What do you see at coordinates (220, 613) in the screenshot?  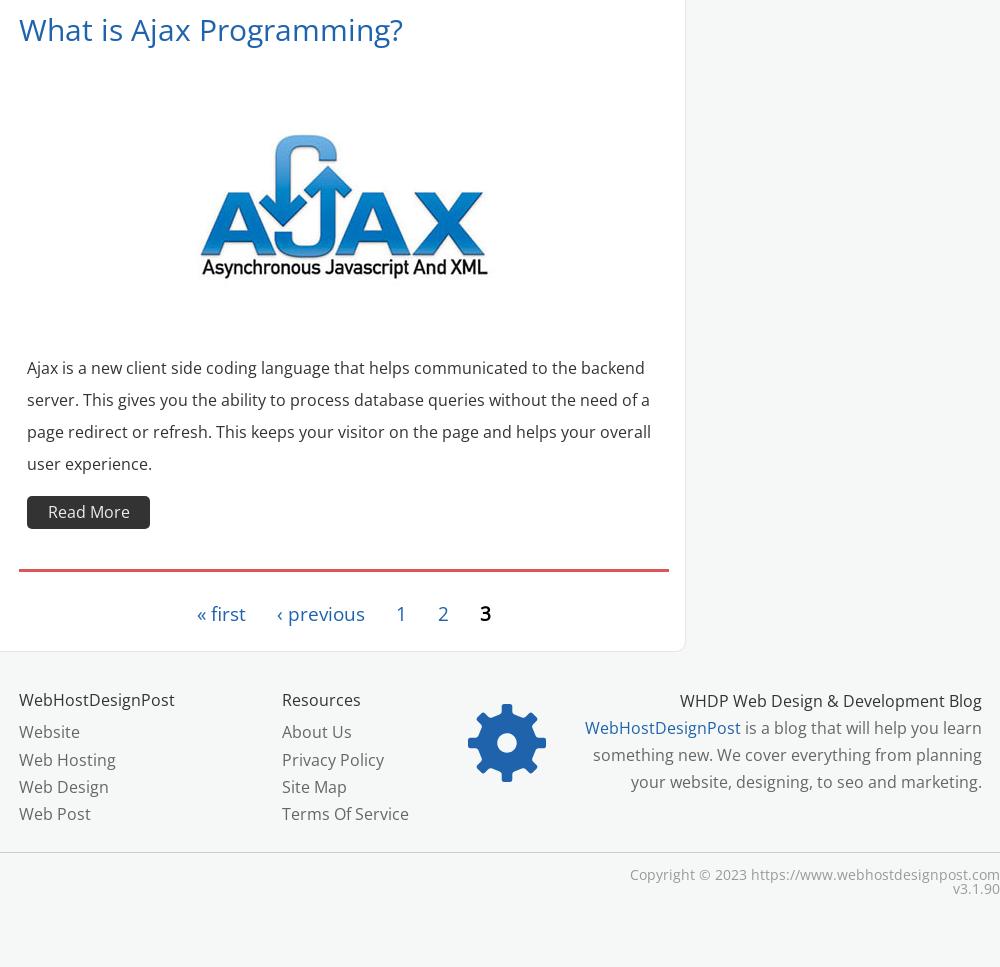 I see `'« first'` at bounding box center [220, 613].